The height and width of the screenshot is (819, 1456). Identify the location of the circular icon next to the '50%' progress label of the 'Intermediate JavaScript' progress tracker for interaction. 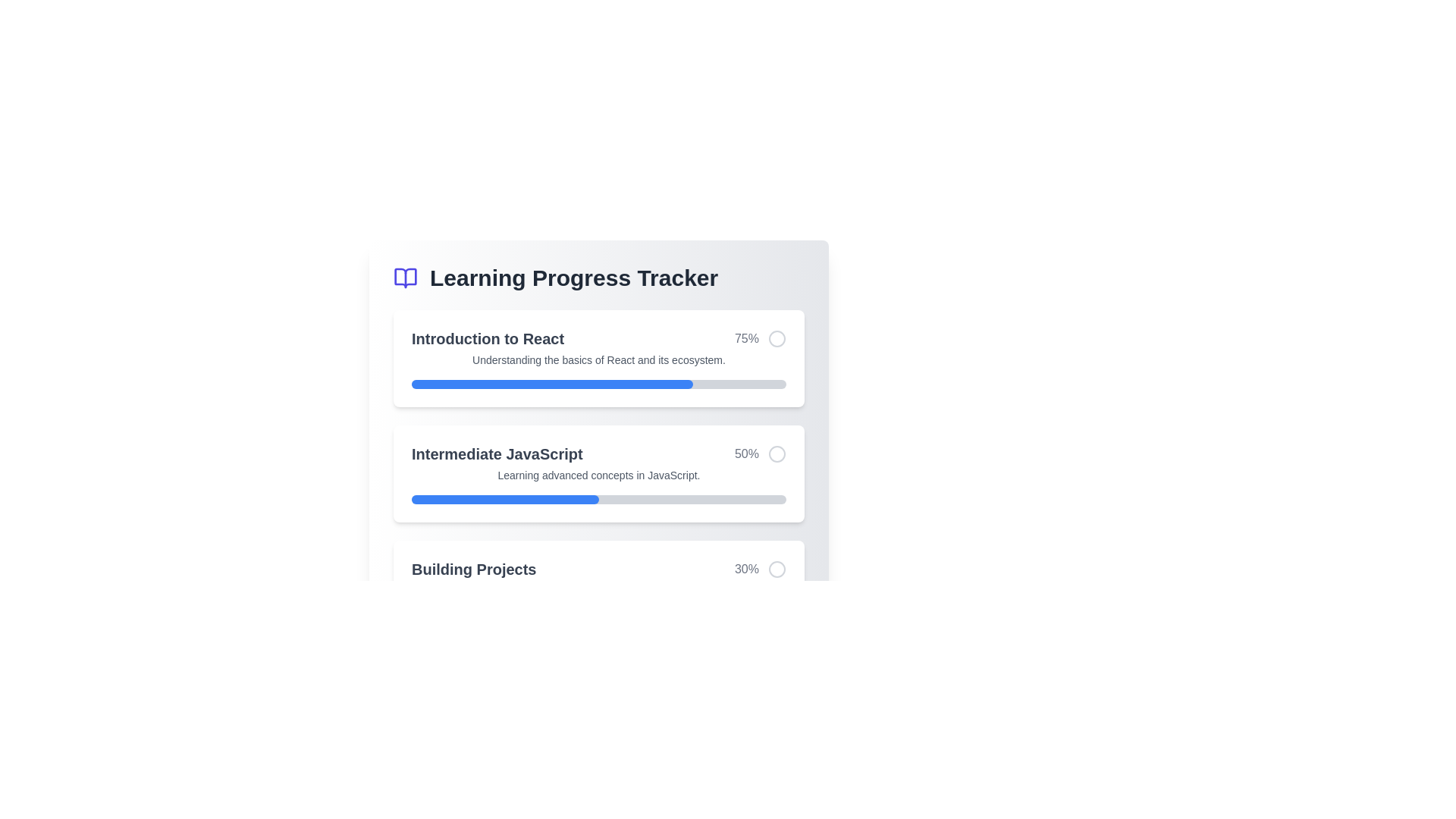
(761, 453).